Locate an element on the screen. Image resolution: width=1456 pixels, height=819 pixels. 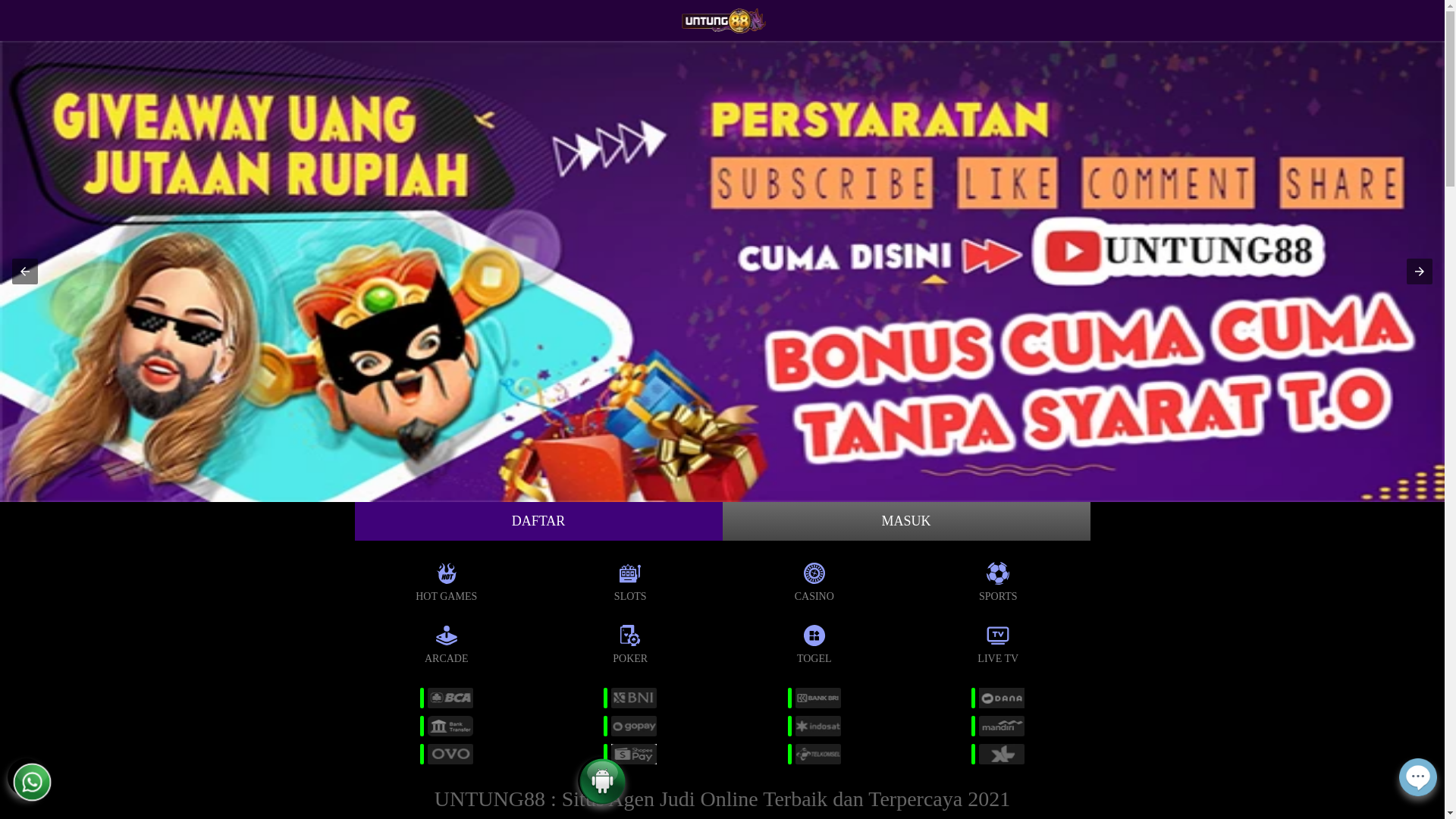
'HOT GAMES' is located at coordinates (445, 579).